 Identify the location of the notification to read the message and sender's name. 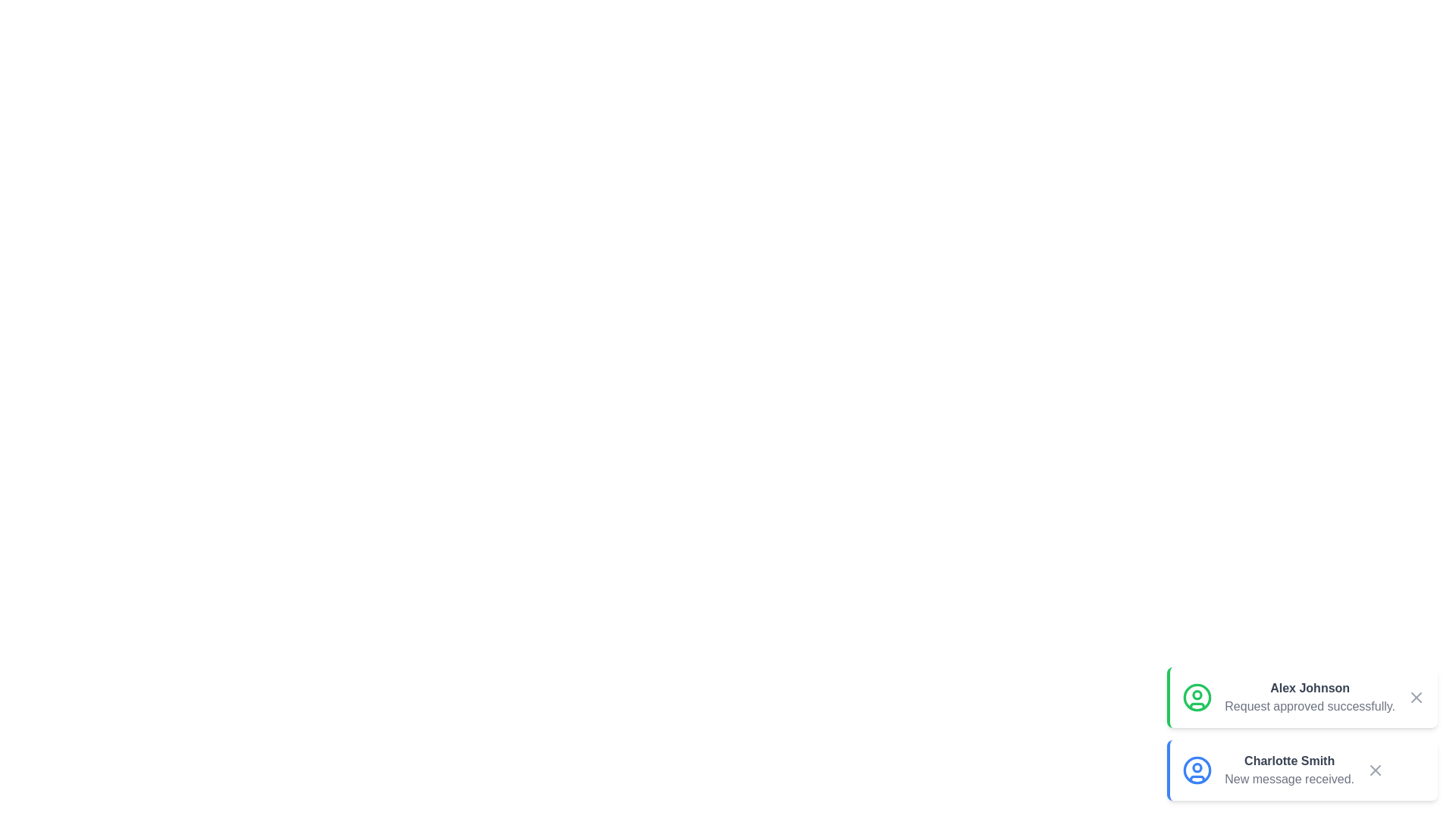
(1301, 698).